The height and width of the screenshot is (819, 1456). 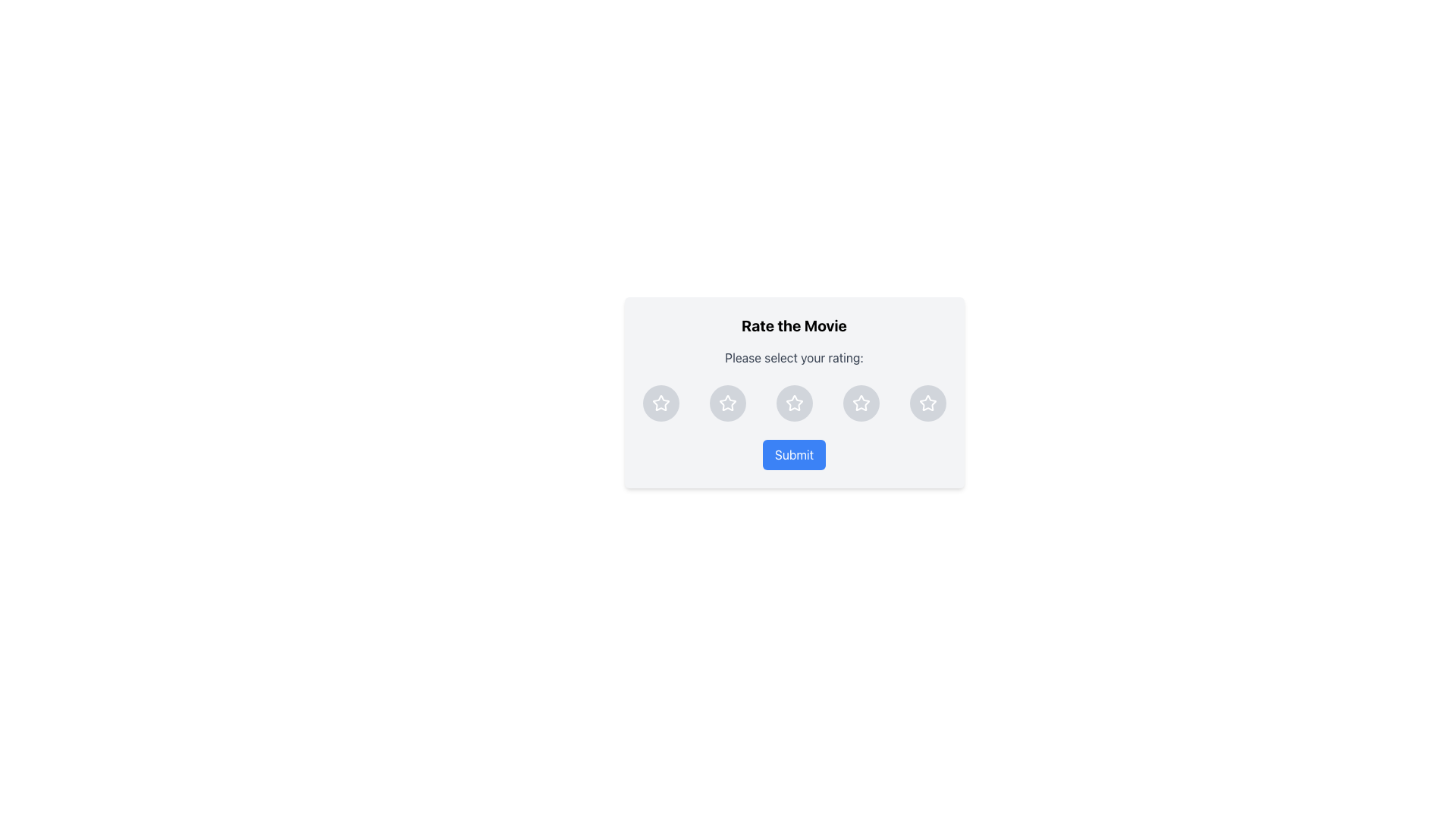 What do you see at coordinates (860, 402) in the screenshot?
I see `the fifth star-shaped vector graphic in the rating system` at bounding box center [860, 402].